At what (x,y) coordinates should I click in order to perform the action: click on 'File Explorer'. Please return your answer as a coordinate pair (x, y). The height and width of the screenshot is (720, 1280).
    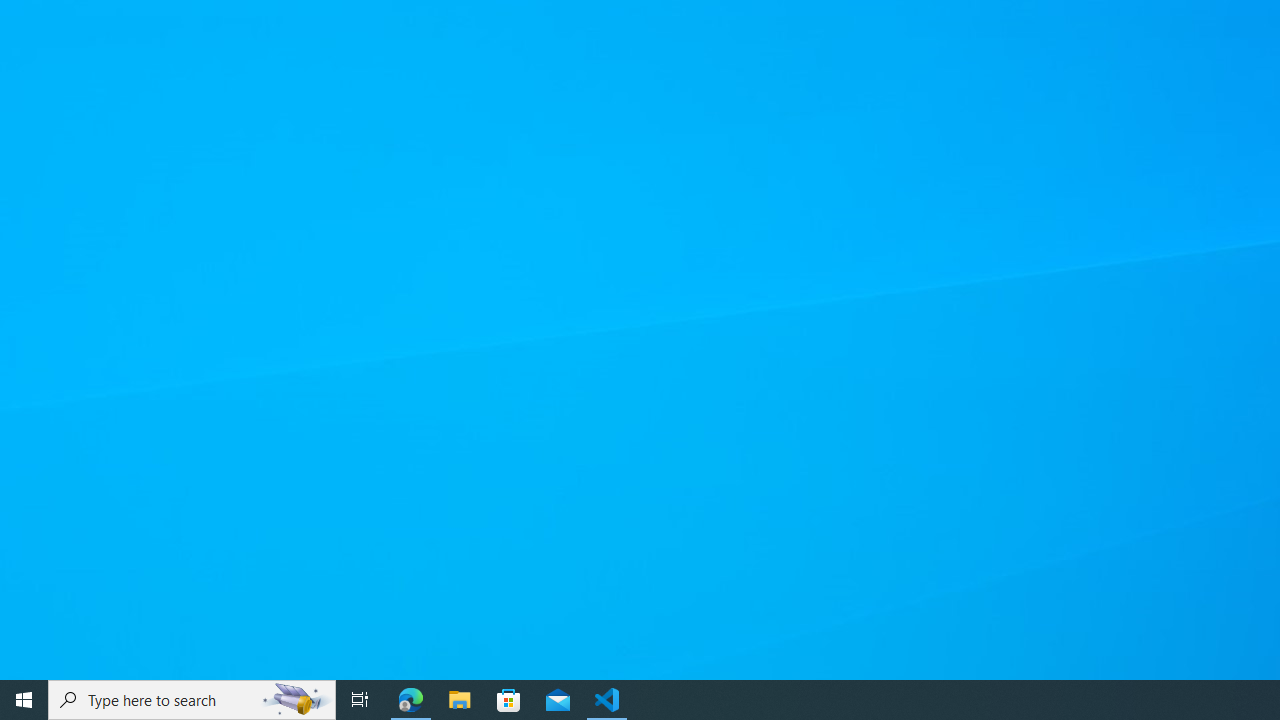
    Looking at the image, I should click on (459, 698).